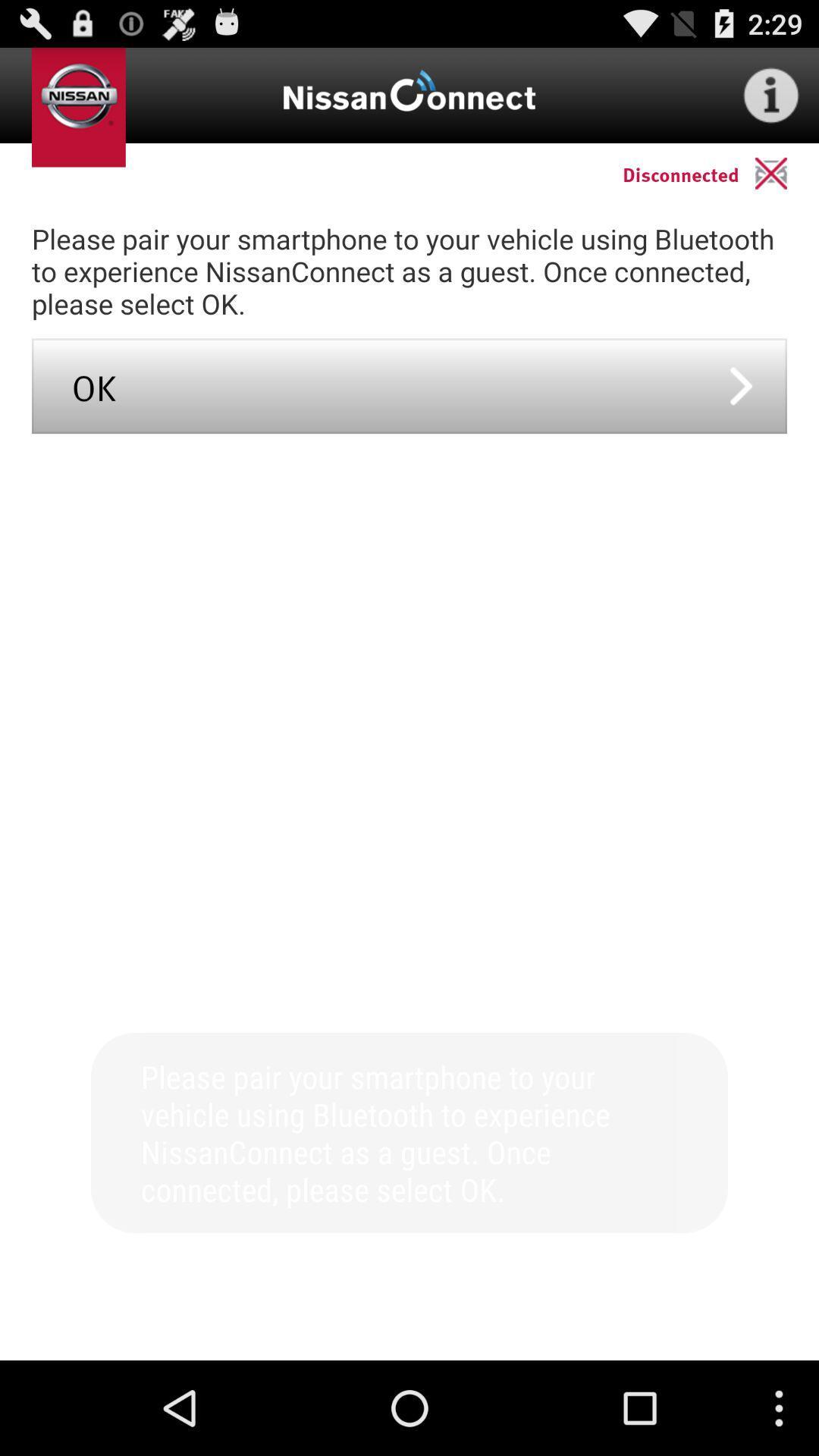  I want to click on info, so click(771, 94).